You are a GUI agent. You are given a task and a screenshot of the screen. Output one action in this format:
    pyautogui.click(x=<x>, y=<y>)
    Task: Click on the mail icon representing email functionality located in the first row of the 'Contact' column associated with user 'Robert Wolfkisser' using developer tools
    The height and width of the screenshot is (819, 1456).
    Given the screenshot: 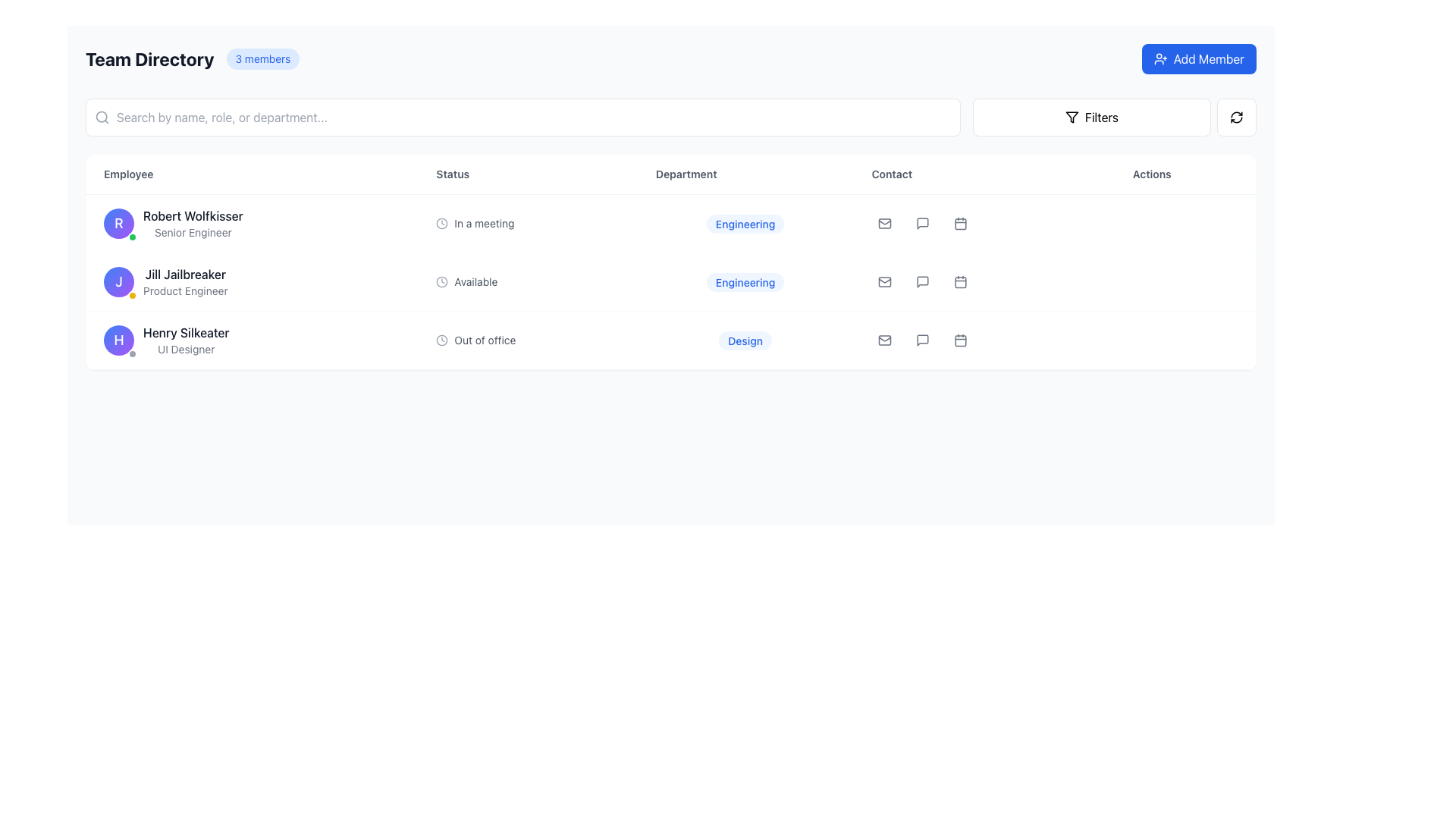 What is the action you would take?
    pyautogui.click(x=884, y=222)
    